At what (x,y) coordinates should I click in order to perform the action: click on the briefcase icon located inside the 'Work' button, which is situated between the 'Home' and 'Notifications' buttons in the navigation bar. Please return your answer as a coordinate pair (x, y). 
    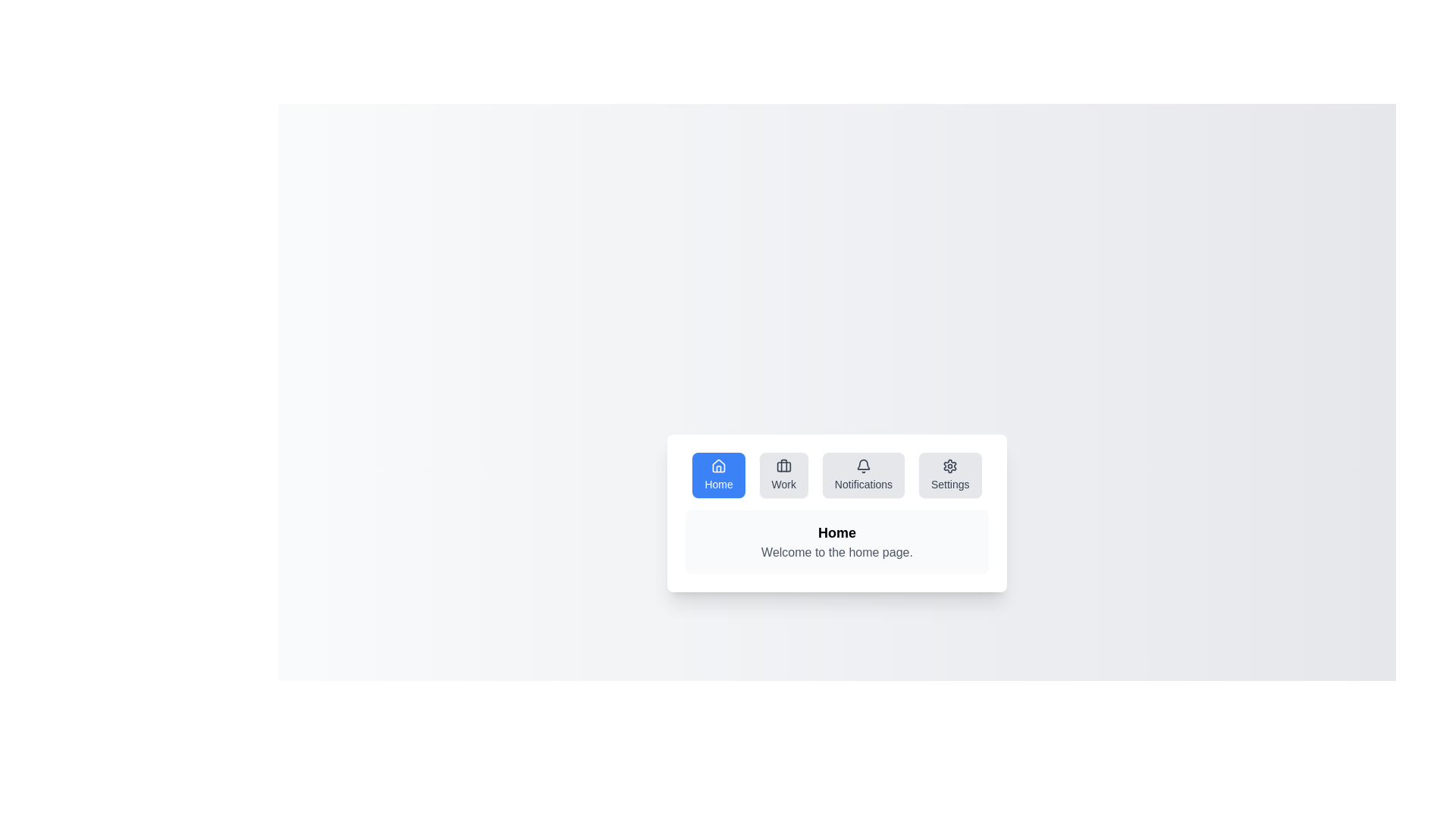
    Looking at the image, I should click on (783, 465).